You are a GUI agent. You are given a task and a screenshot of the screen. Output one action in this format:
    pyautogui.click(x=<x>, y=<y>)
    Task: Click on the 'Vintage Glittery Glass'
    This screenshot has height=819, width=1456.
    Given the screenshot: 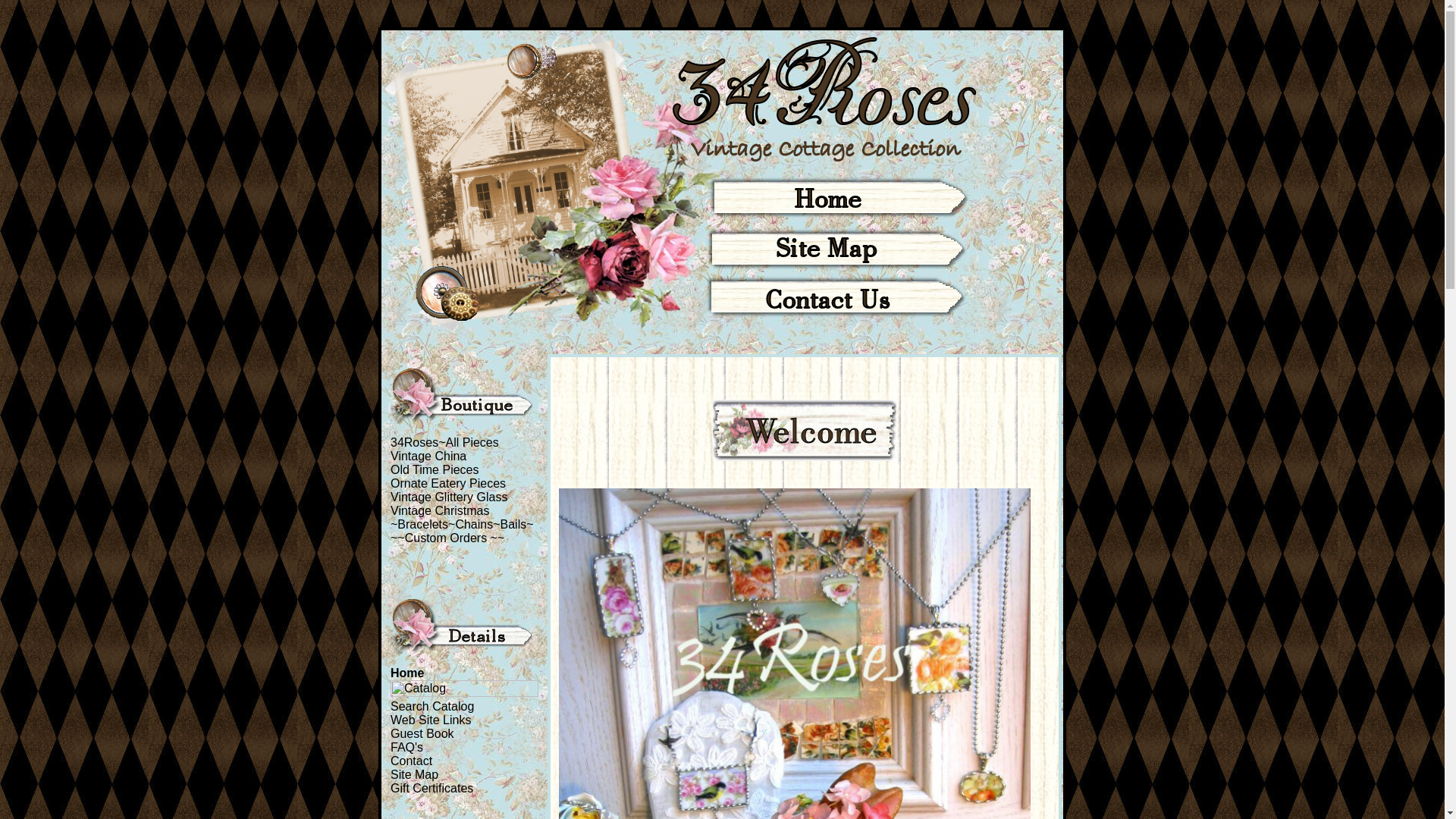 What is the action you would take?
    pyautogui.click(x=447, y=497)
    